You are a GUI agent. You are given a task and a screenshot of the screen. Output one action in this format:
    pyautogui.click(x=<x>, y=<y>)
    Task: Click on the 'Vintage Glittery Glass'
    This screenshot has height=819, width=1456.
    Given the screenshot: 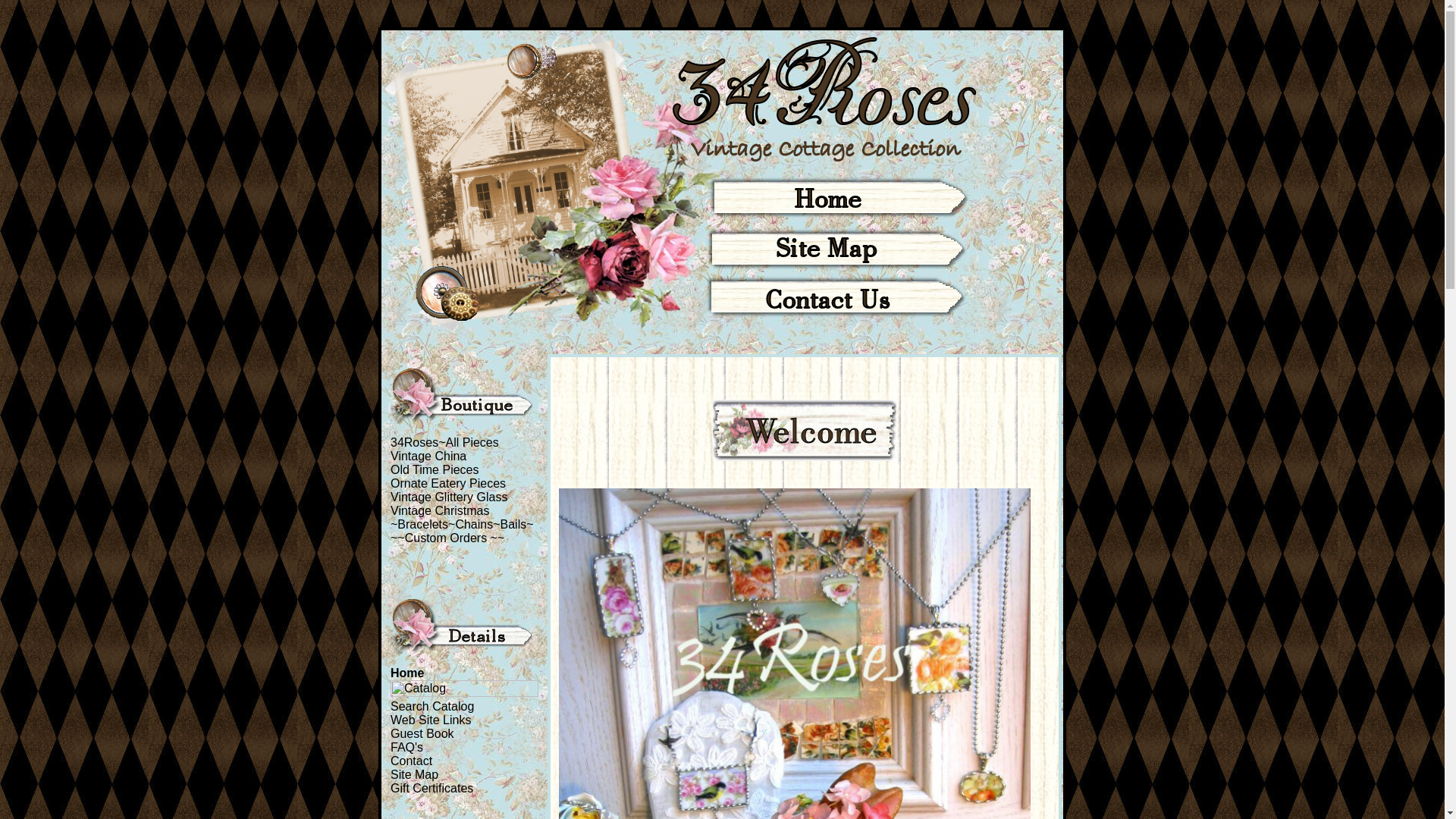 What is the action you would take?
    pyautogui.click(x=447, y=497)
    